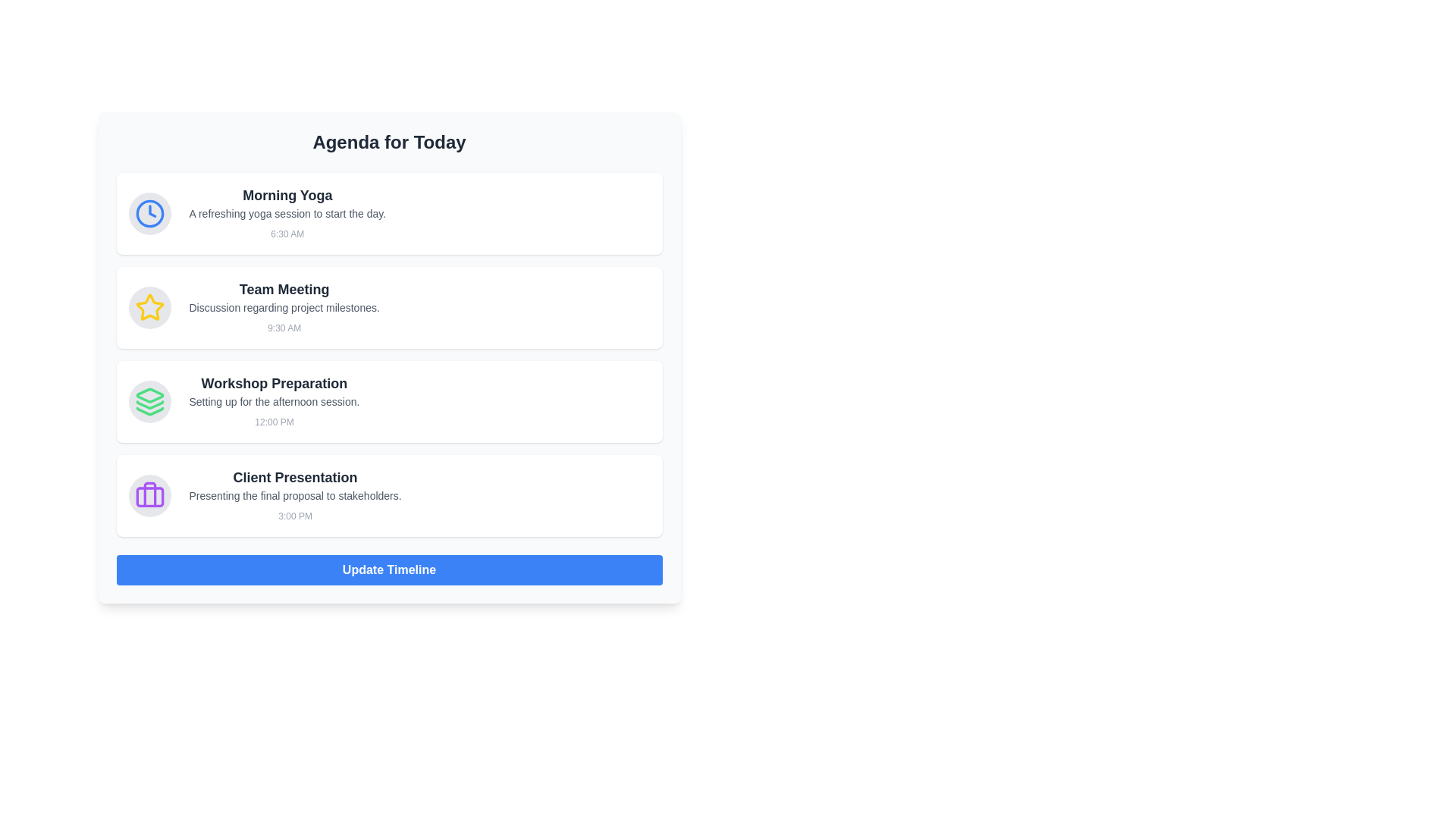 This screenshot has width=1456, height=819. I want to click on the stack-like icon with green layers and a circular gray background adjacent to the 'Workshop Preparation' text entry, so click(149, 400).